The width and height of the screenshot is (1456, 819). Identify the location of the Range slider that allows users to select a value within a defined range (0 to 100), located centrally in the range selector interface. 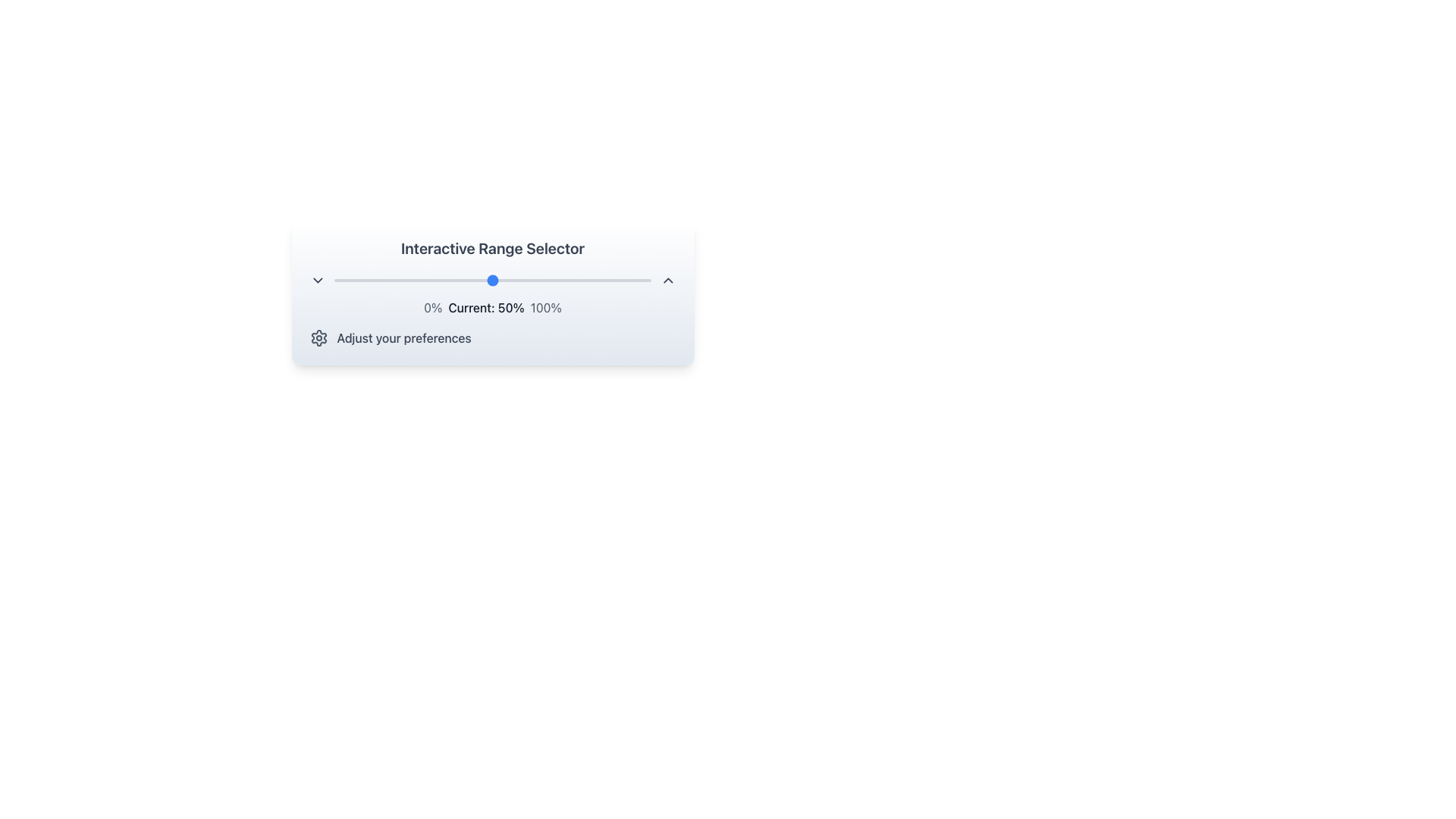
(492, 281).